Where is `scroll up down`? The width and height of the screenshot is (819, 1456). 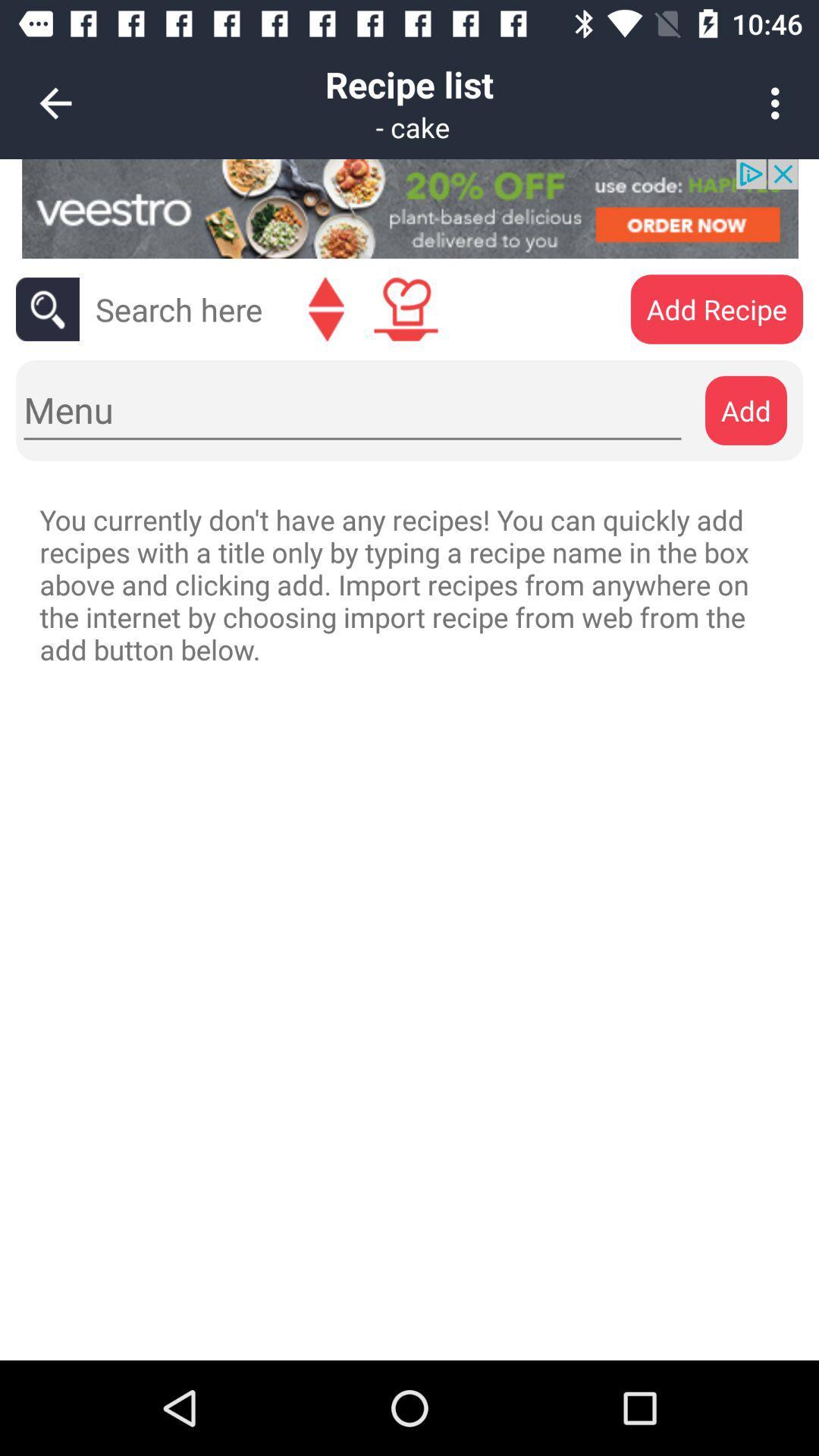 scroll up down is located at coordinates (325, 309).